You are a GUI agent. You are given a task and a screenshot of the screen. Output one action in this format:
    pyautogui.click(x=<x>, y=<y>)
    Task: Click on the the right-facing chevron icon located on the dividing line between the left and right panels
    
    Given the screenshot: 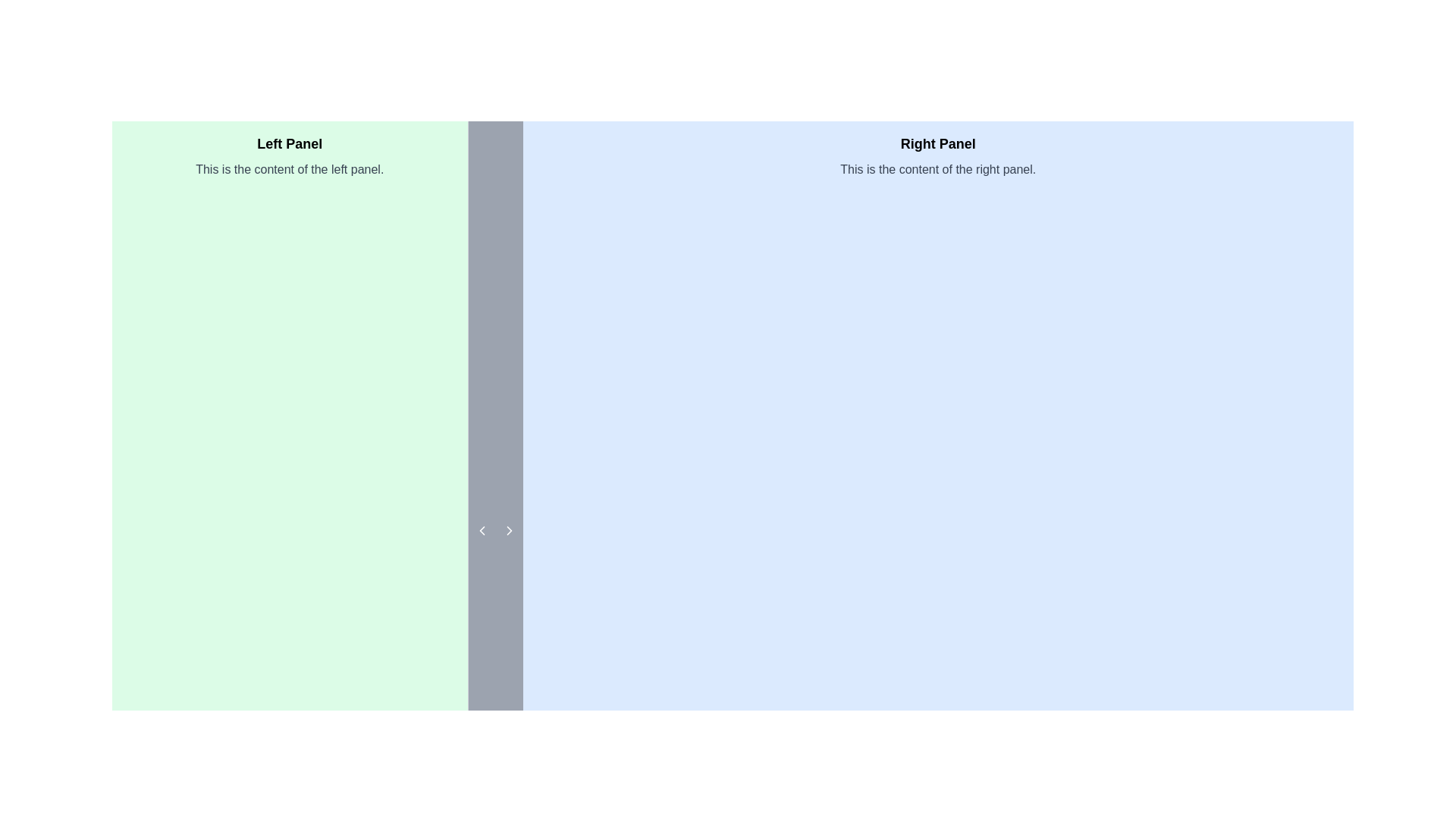 What is the action you would take?
    pyautogui.click(x=509, y=529)
    